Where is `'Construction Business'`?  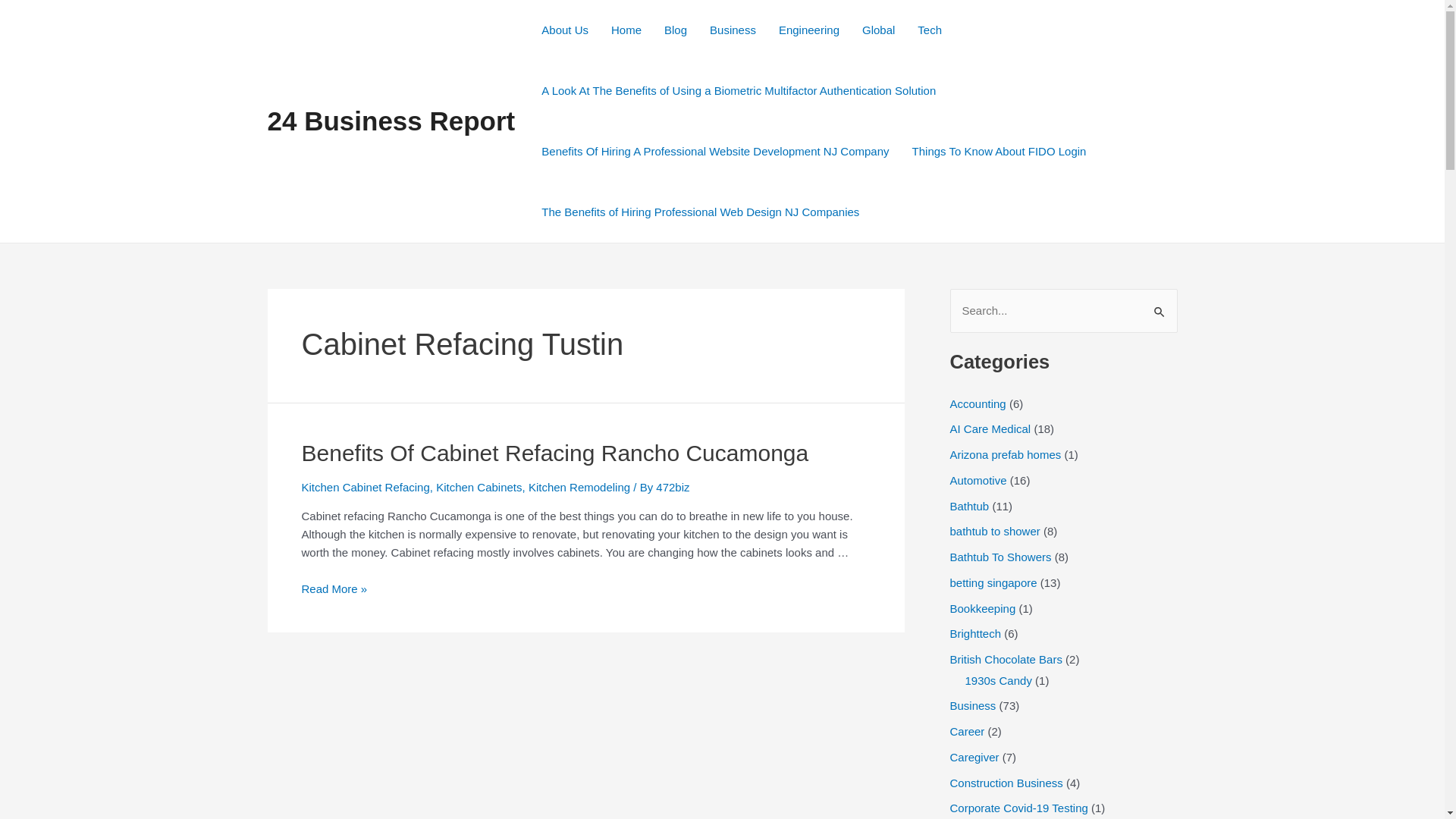 'Construction Business' is located at coordinates (1006, 783).